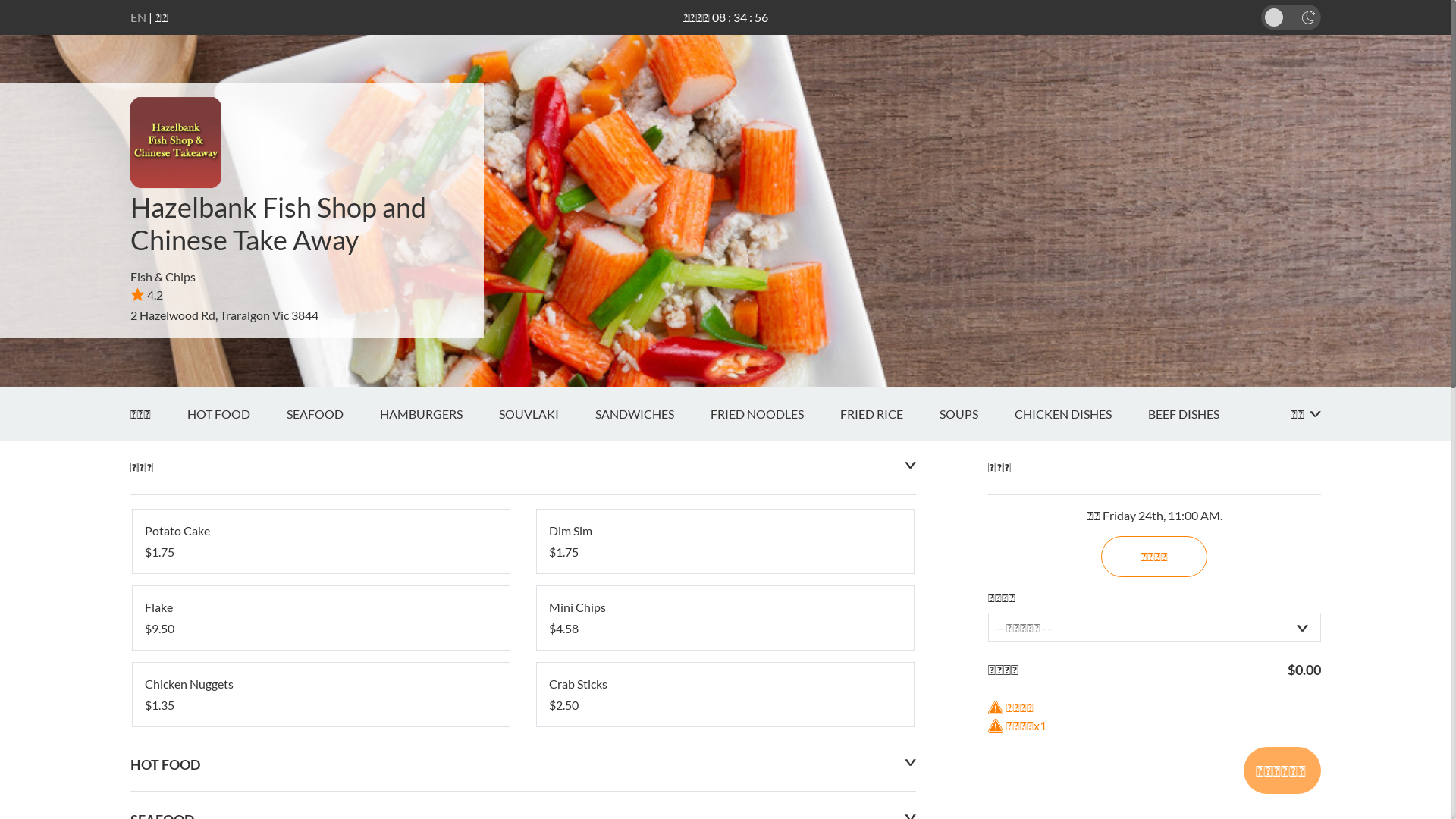 The width and height of the screenshot is (1456, 819). Describe the element at coordinates (724, 617) in the screenshot. I see `'Mini Chips` at that location.